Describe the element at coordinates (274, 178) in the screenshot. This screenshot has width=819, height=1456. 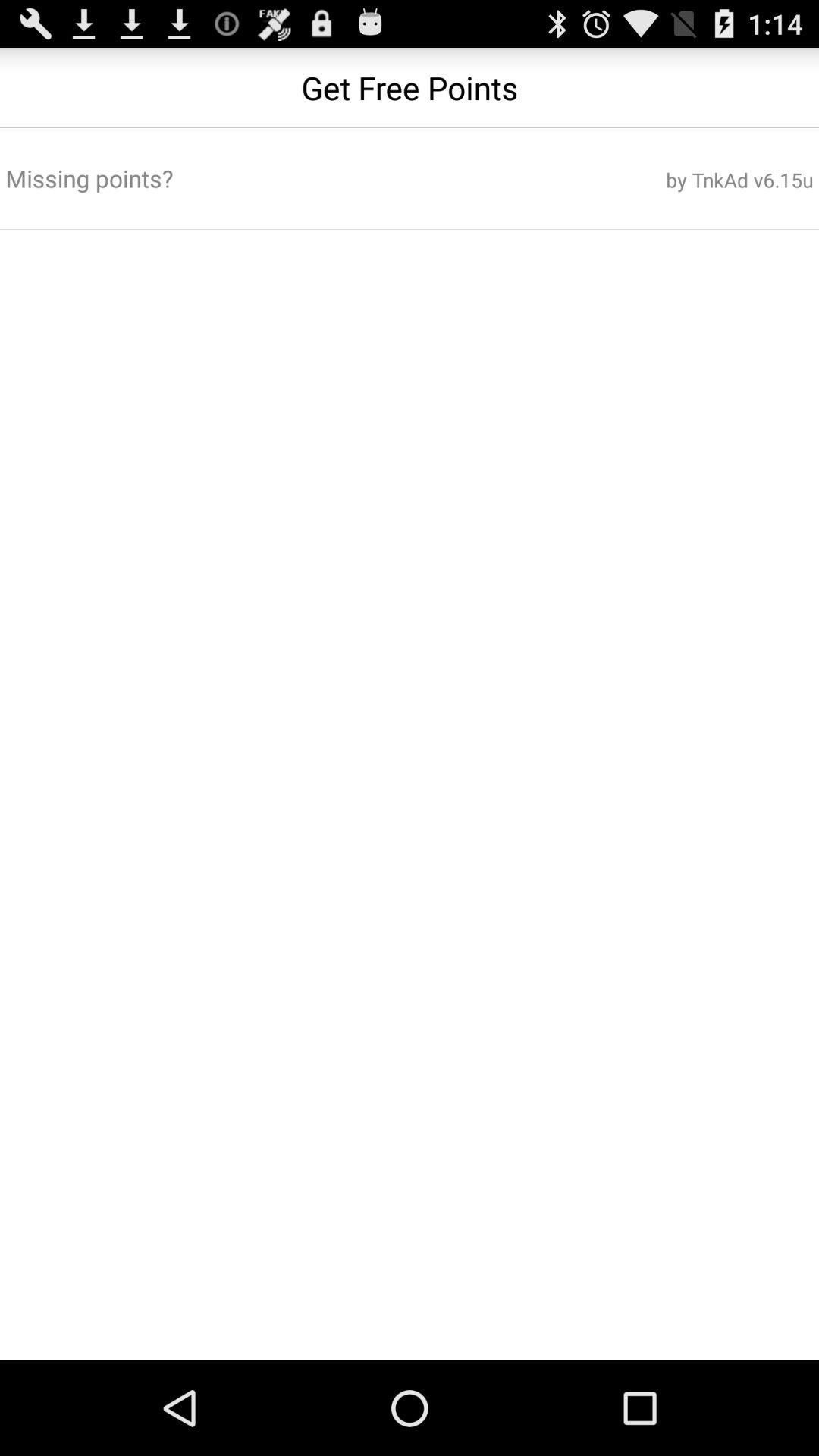
I see `the missing points? item` at that location.